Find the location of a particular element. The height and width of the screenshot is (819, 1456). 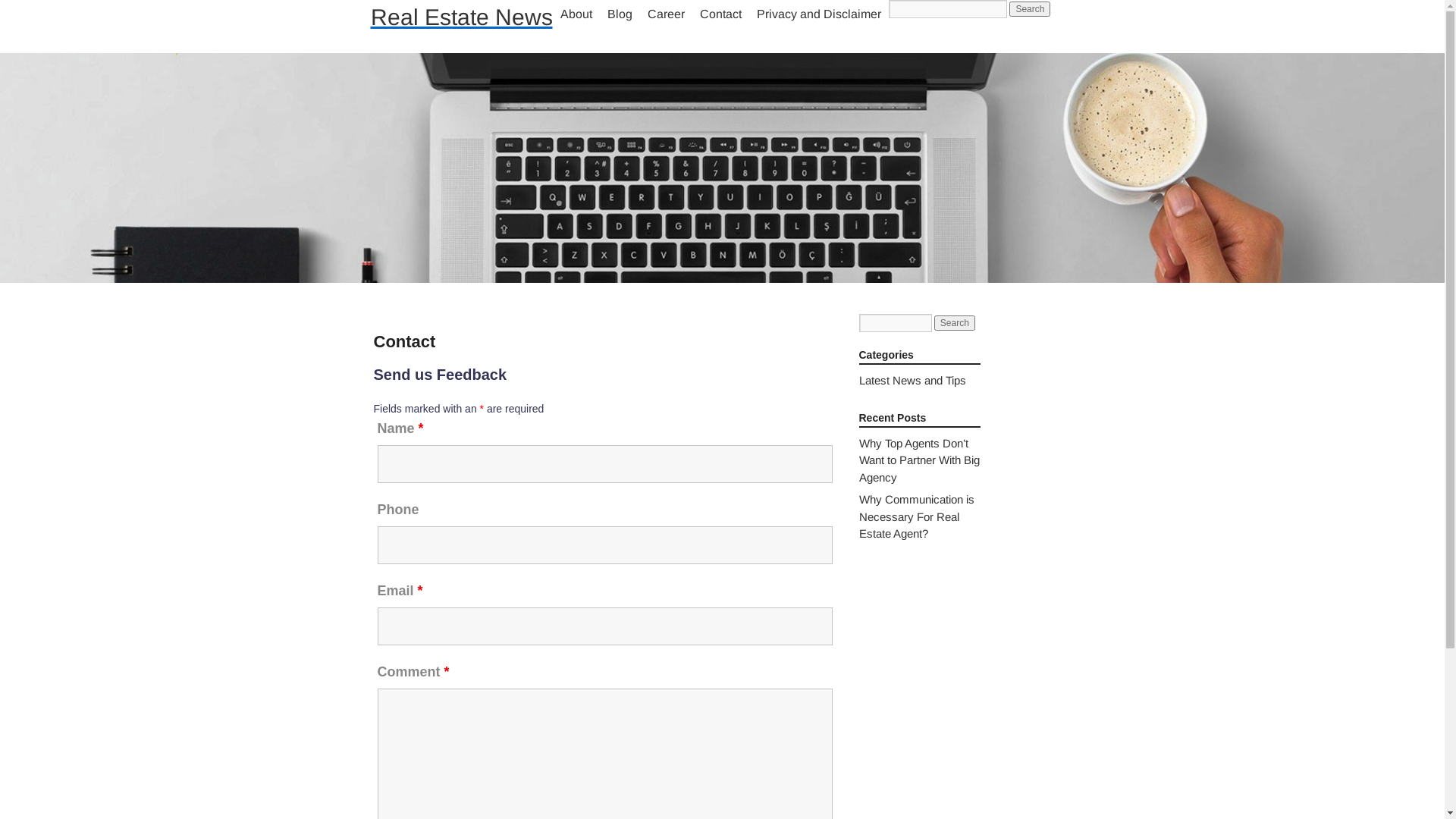

'About' is located at coordinates (574, 14).